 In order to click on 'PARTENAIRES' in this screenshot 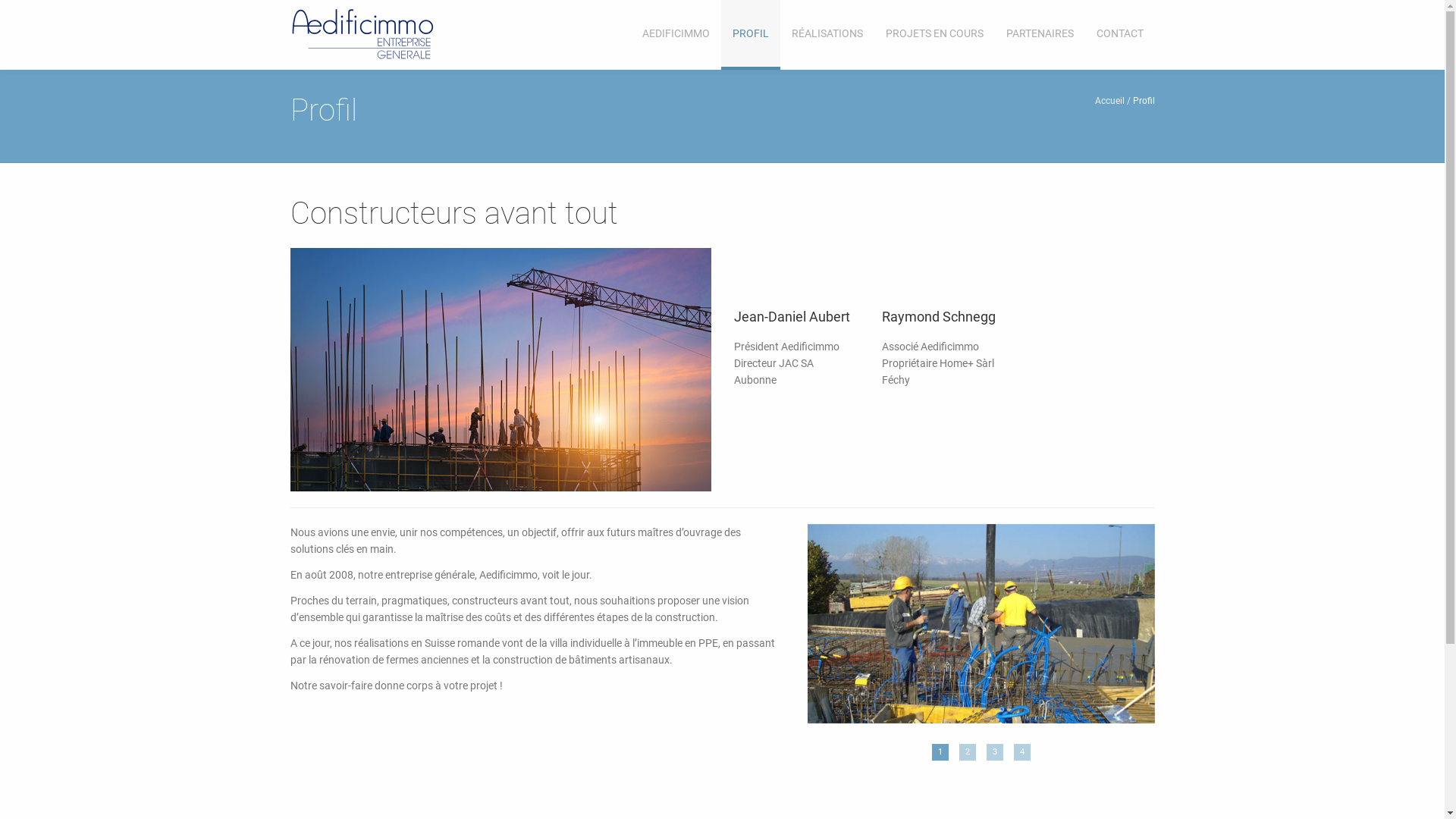, I will do `click(1039, 34)`.